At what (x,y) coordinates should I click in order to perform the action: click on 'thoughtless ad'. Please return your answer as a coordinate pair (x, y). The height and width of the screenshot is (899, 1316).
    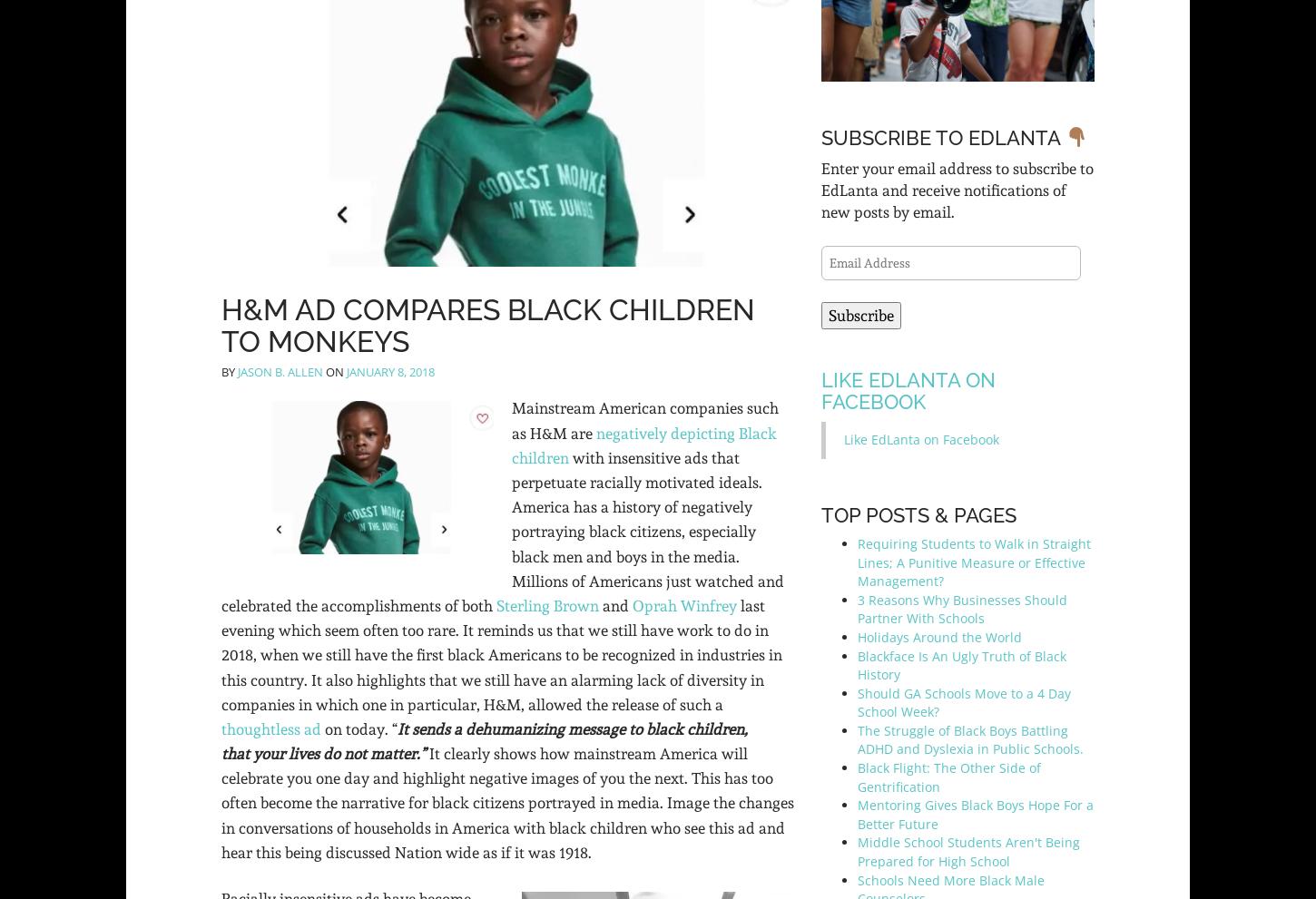
    Looking at the image, I should click on (270, 728).